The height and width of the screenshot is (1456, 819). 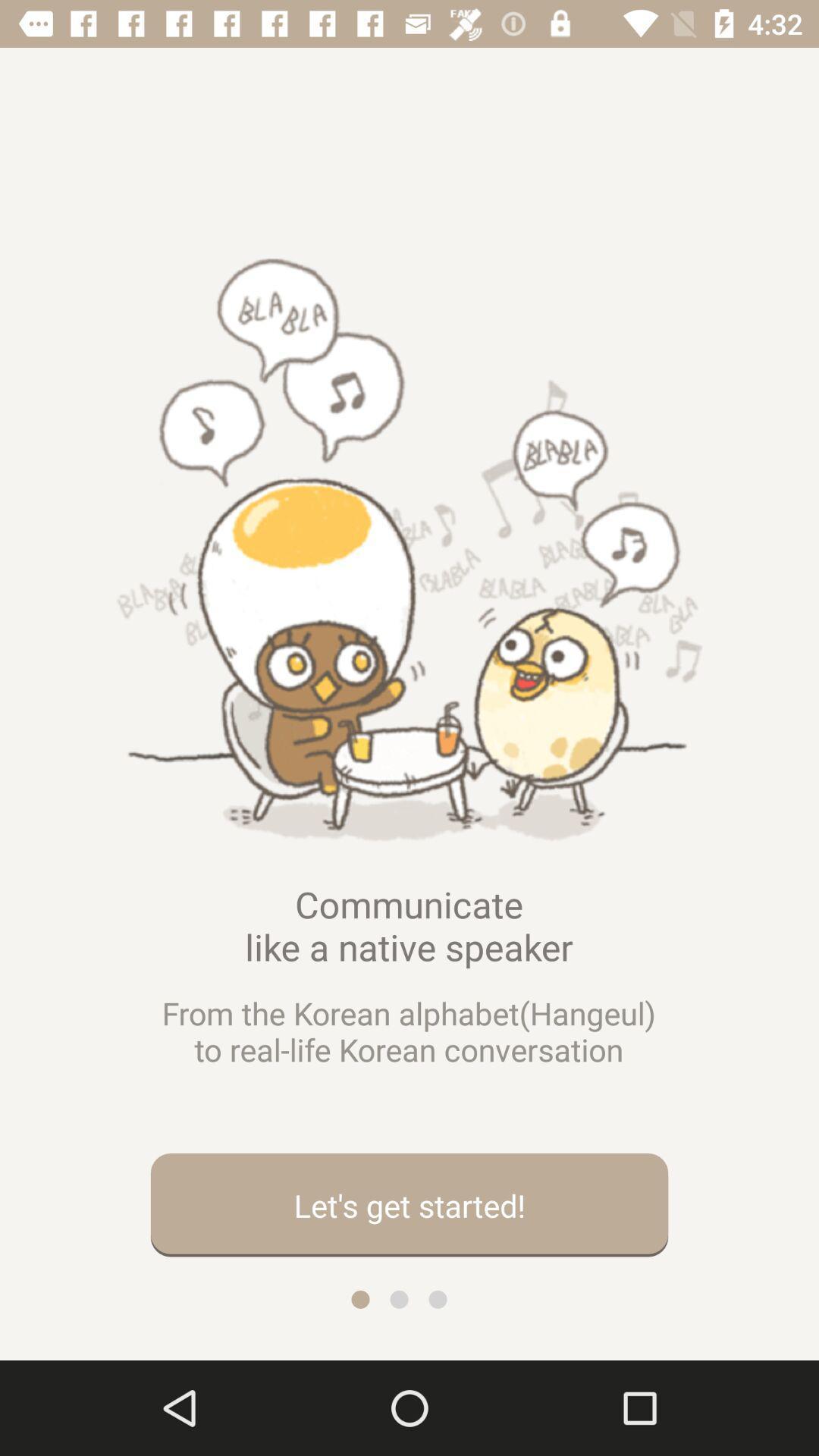 What do you see at coordinates (409, 1204) in the screenshot?
I see `let s get button` at bounding box center [409, 1204].